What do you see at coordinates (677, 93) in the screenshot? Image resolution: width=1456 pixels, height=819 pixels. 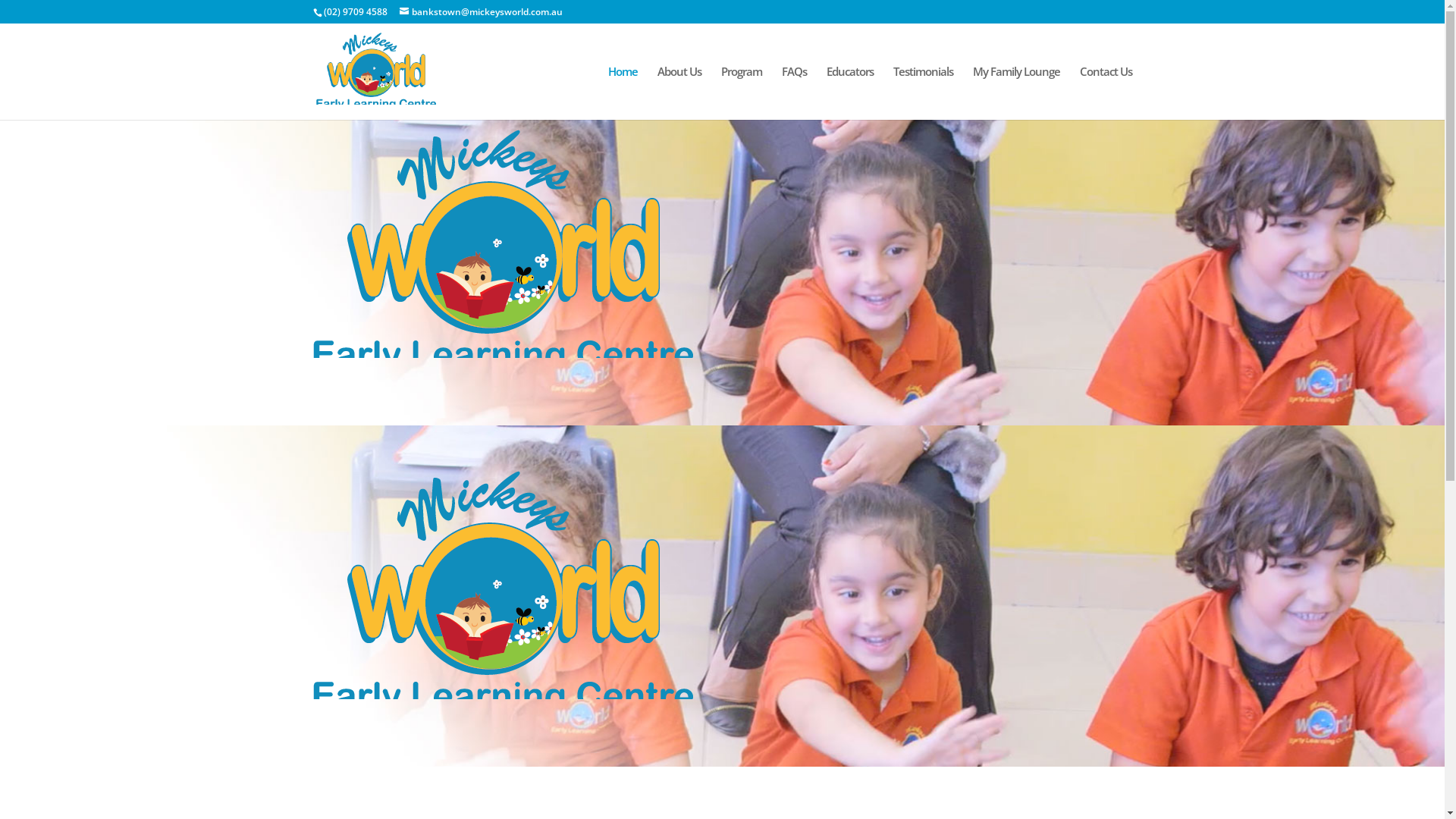 I see `'About Us'` at bounding box center [677, 93].